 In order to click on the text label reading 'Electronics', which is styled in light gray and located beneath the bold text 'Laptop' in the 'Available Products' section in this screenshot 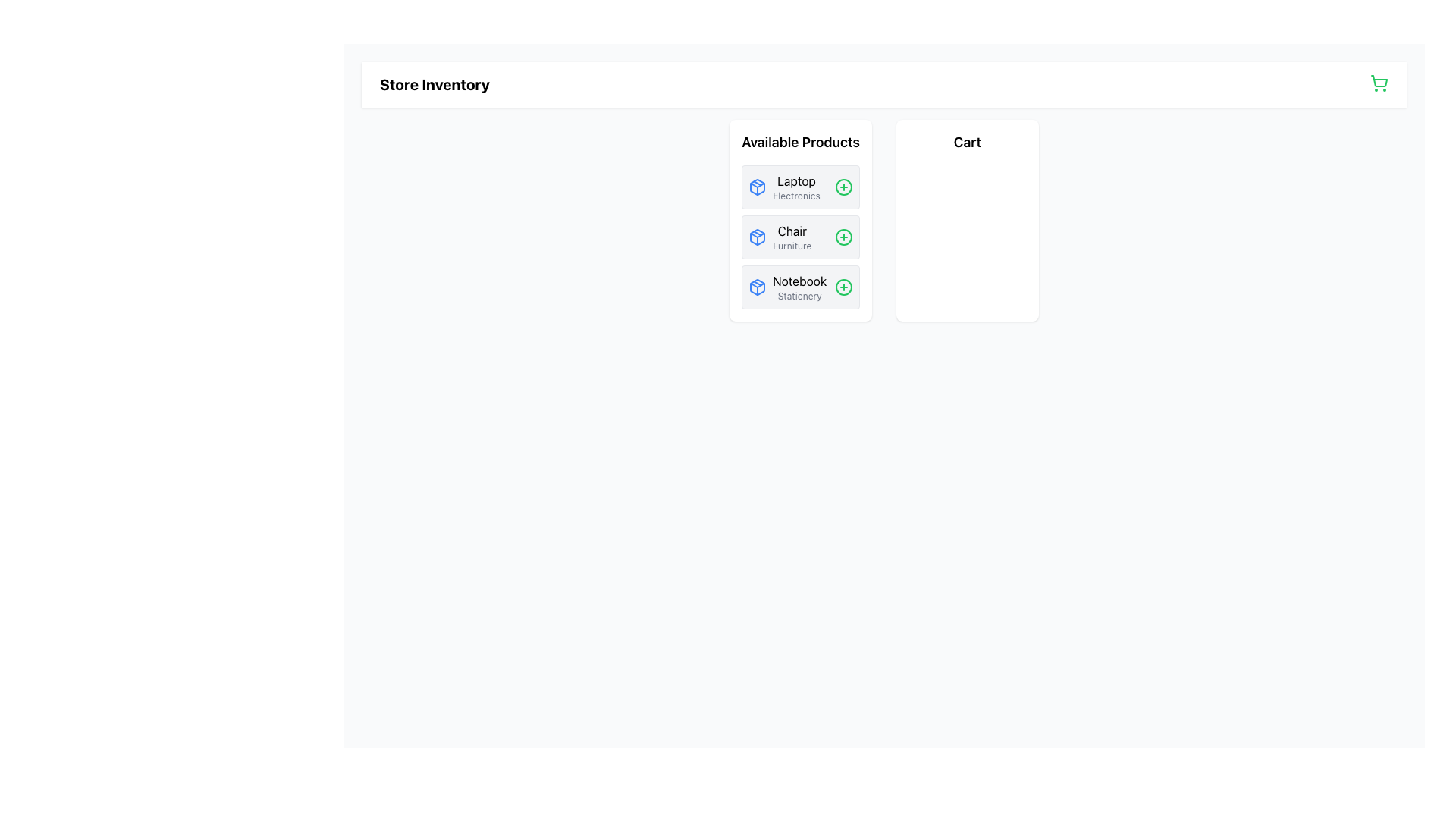, I will do `click(795, 195)`.